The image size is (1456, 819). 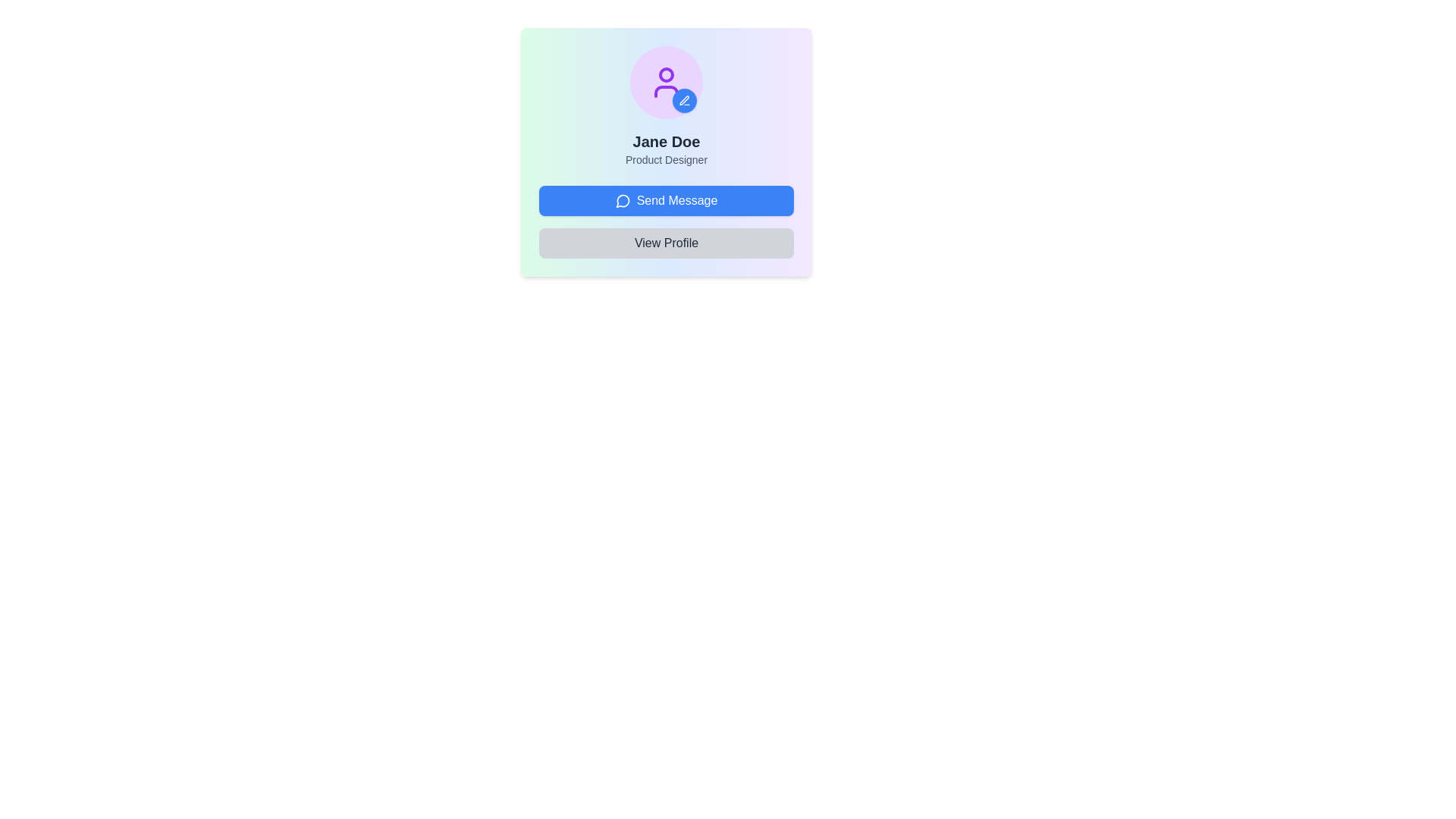 I want to click on the circular icon with a purple border and white fill, which is positioned near the top of the user avatar illustration, so click(x=666, y=75).